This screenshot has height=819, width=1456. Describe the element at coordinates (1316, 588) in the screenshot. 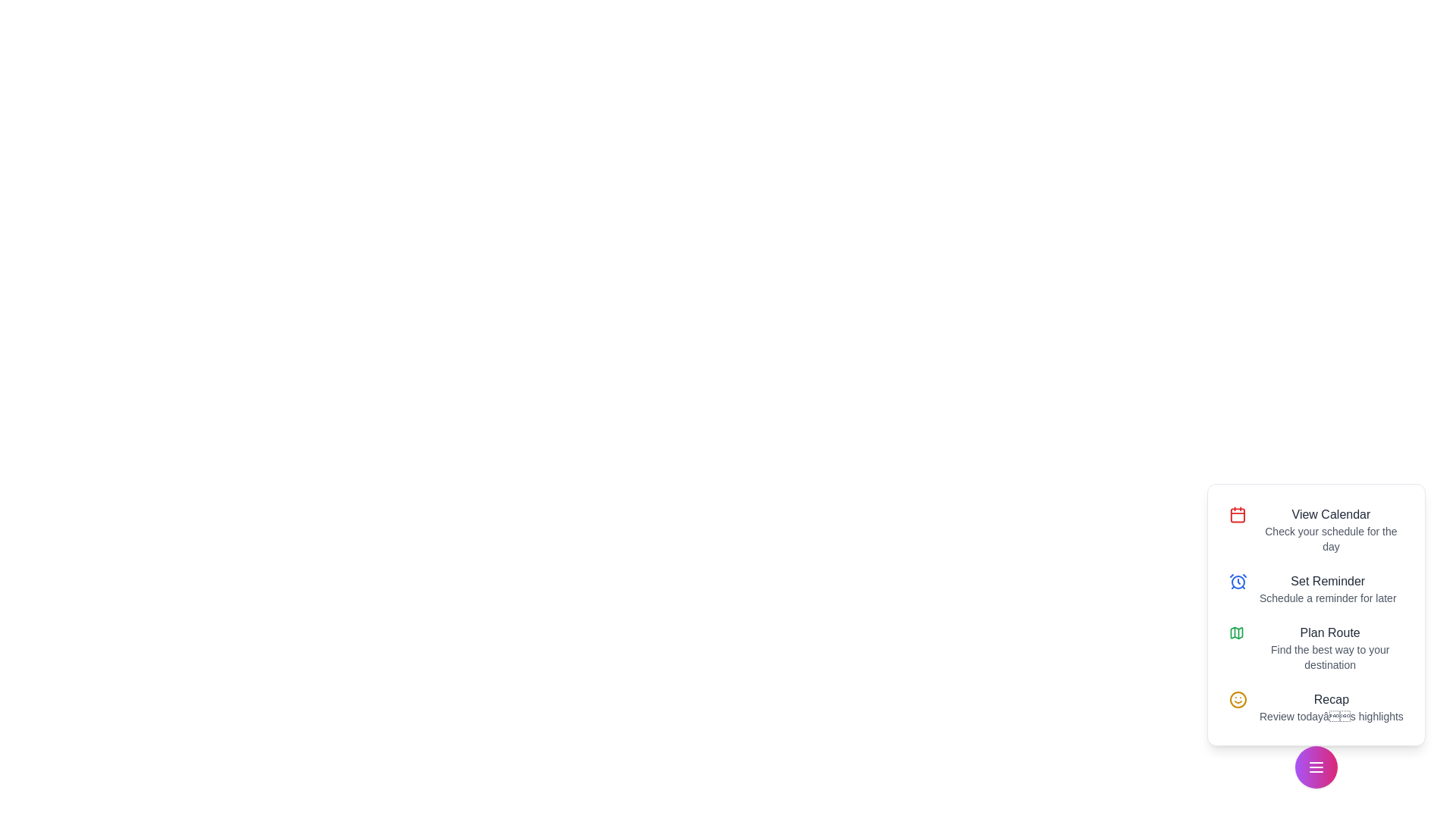

I see `the action Set Reminder from the list` at that location.